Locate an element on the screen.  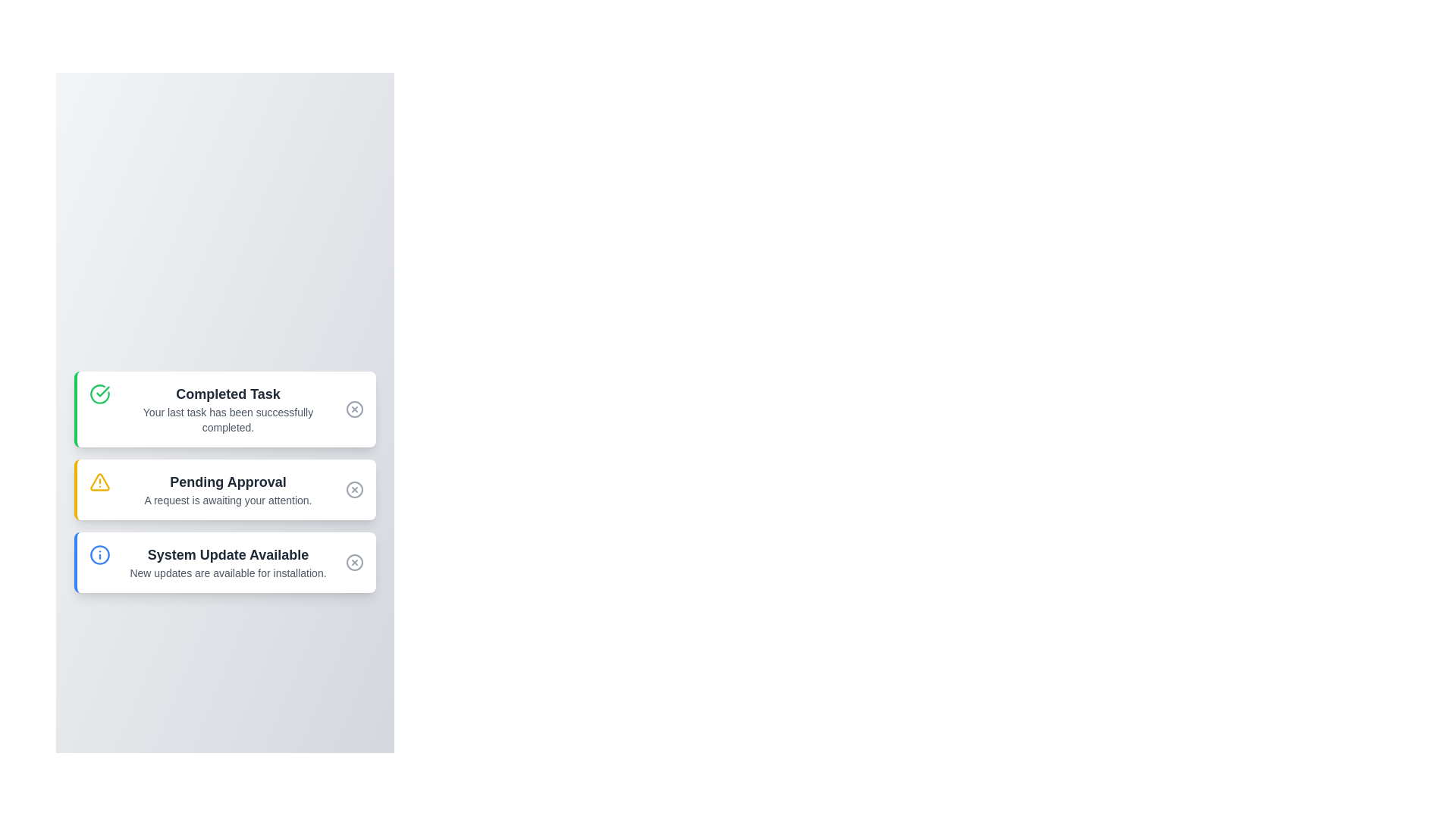
close button for the alert with title System Update Available is located at coordinates (353, 562).